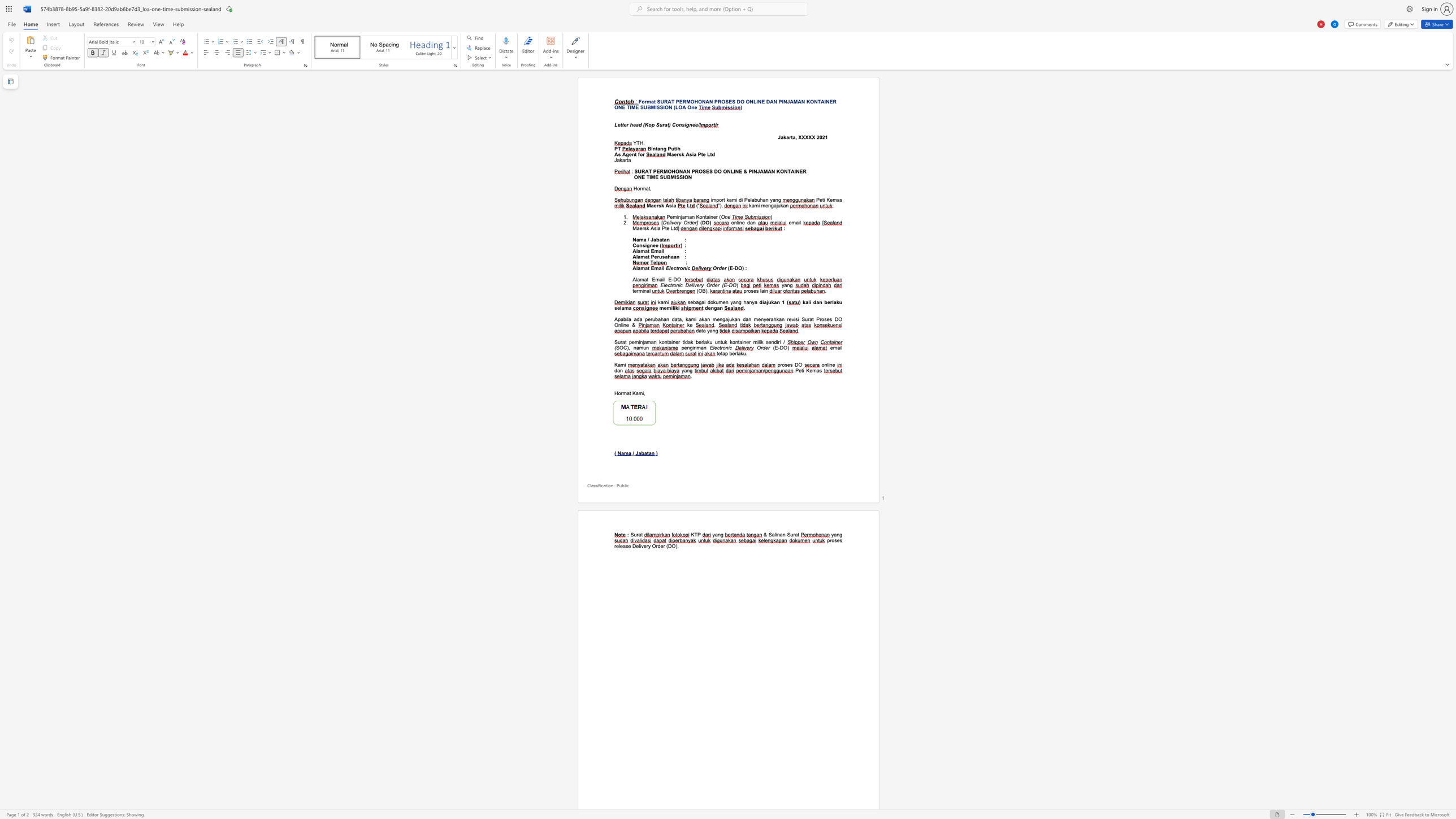  Describe the element at coordinates (671, 149) in the screenshot. I see `the space between the continuous character "P" and "u" in the text` at that location.